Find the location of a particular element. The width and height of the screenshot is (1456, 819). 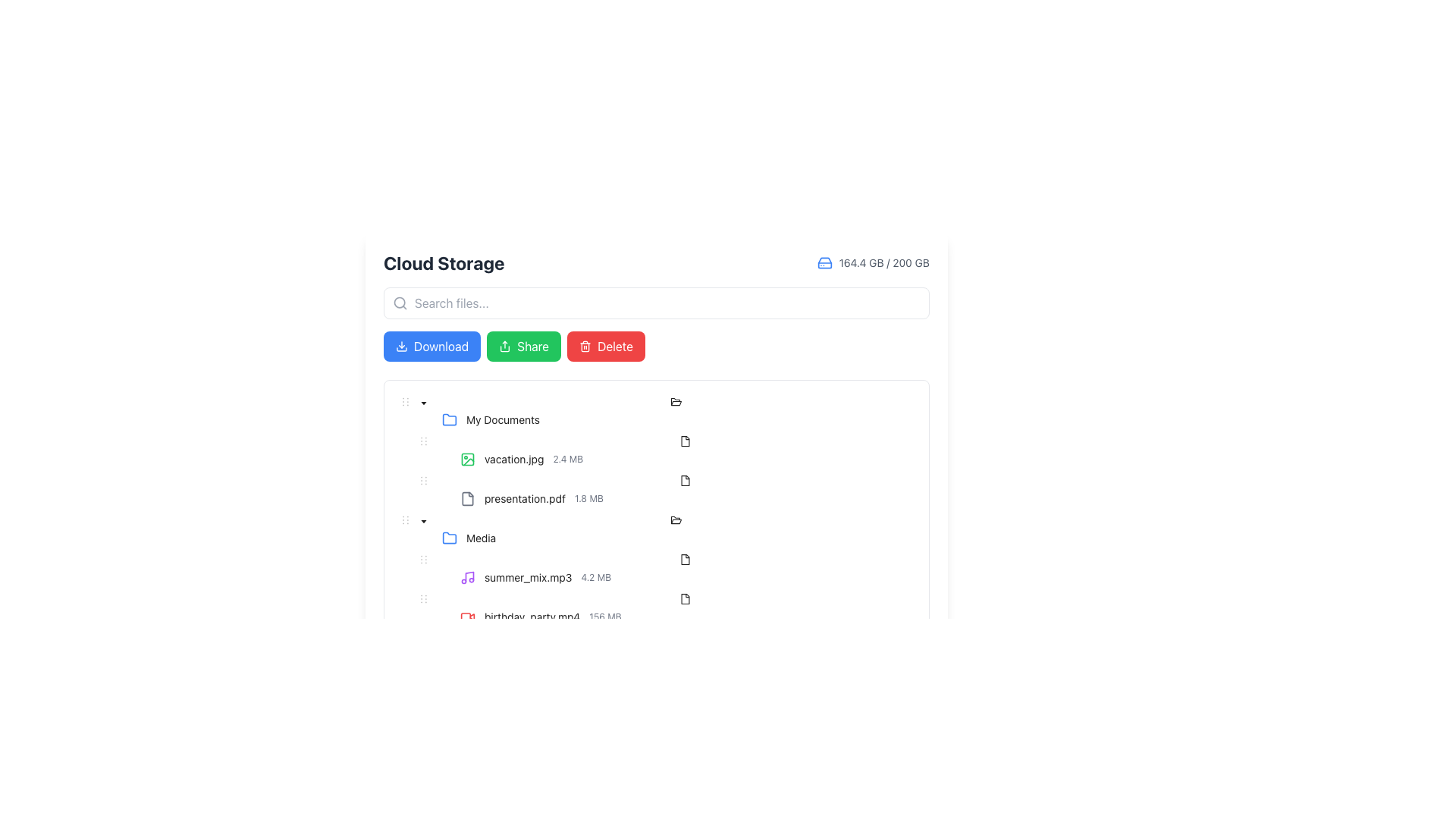

the stylized folder icon located to the right of the text 'Media' in the list view section of the interface is located at coordinates (676, 400).